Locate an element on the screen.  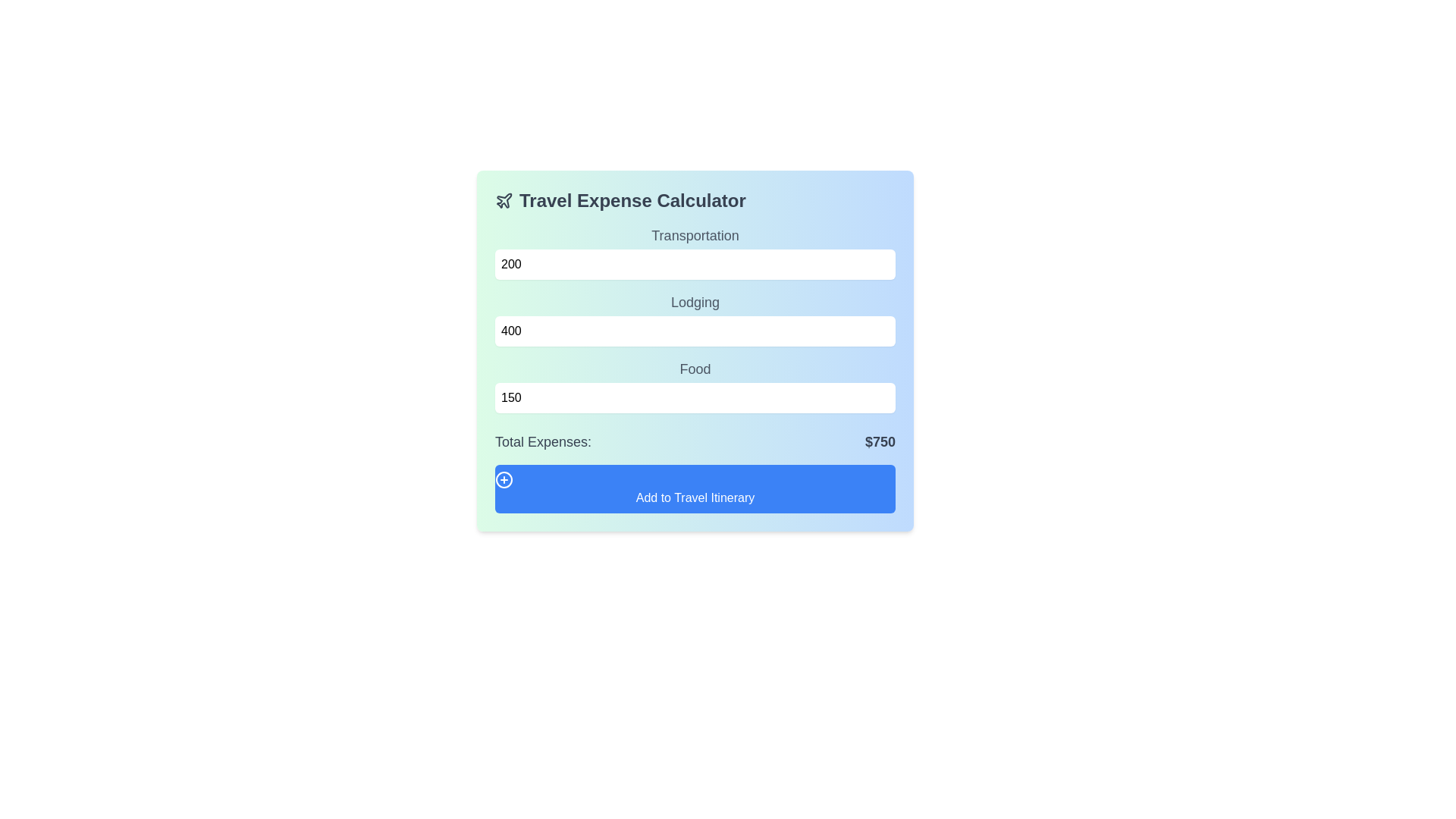
the circular SVG graphic element that indicates an action related to adding or creating, located near the bottom-left corner of the content area, adjacent to the 'Add to Travel Itinerary' button is located at coordinates (504, 479).